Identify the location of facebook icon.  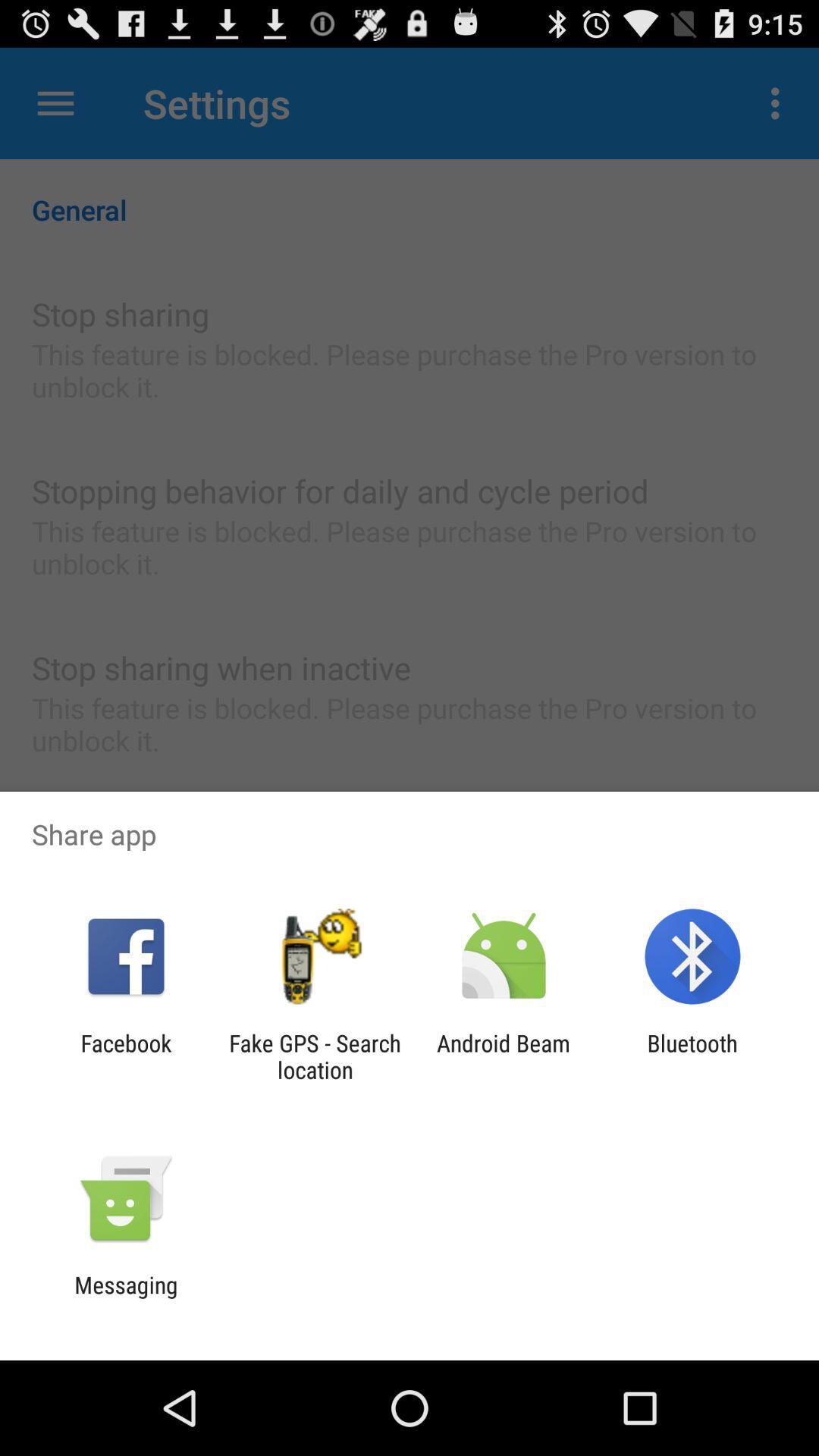
(125, 1056).